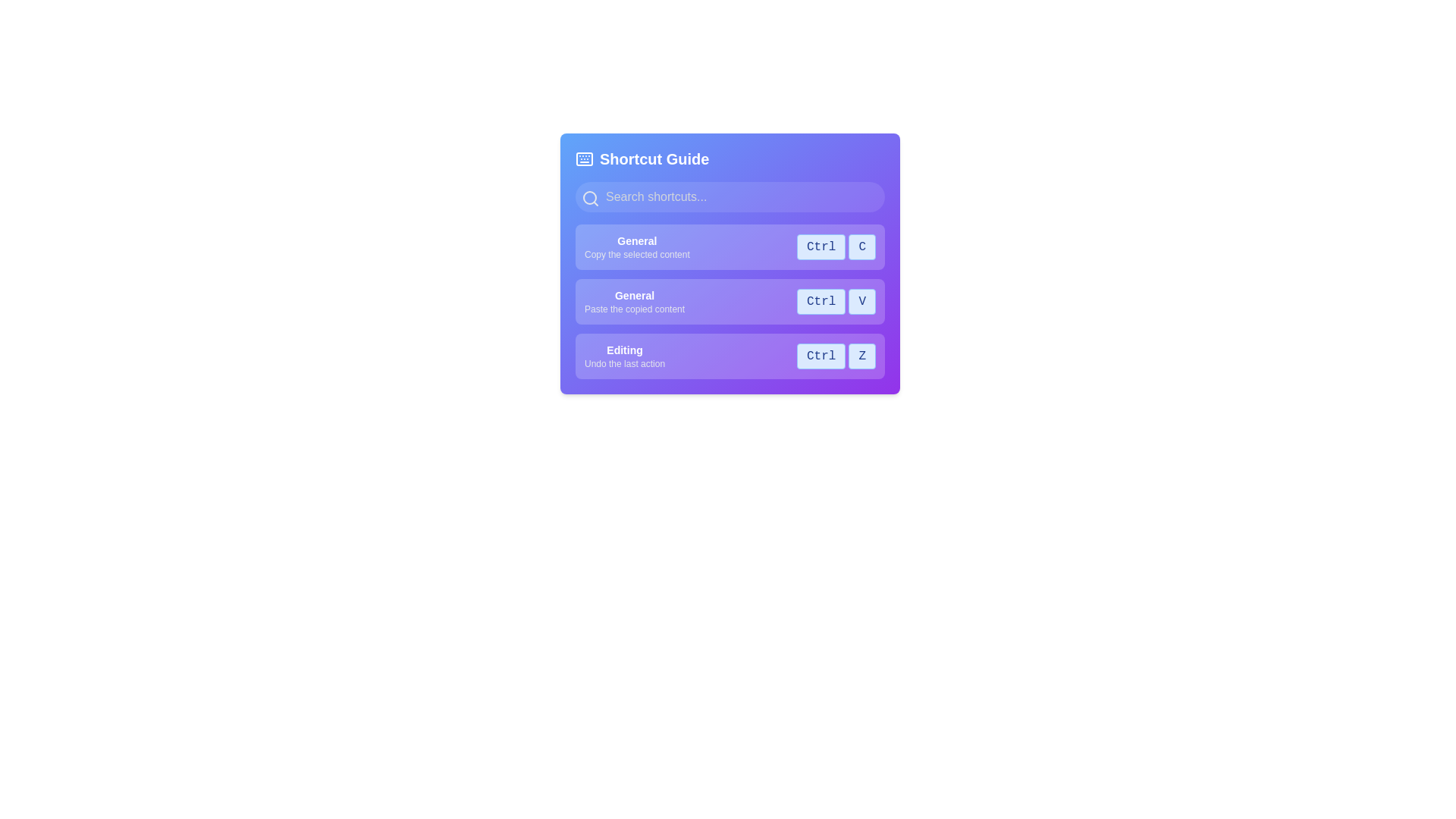  Describe the element at coordinates (821, 356) in the screenshot. I see `the non-interactive text button labeled 'Ctrl', which is styled in light blue with a blue border and contains dark blue text, located to the right of the 'Editing' shortcut description in the 'Shortcut Guide'` at that location.